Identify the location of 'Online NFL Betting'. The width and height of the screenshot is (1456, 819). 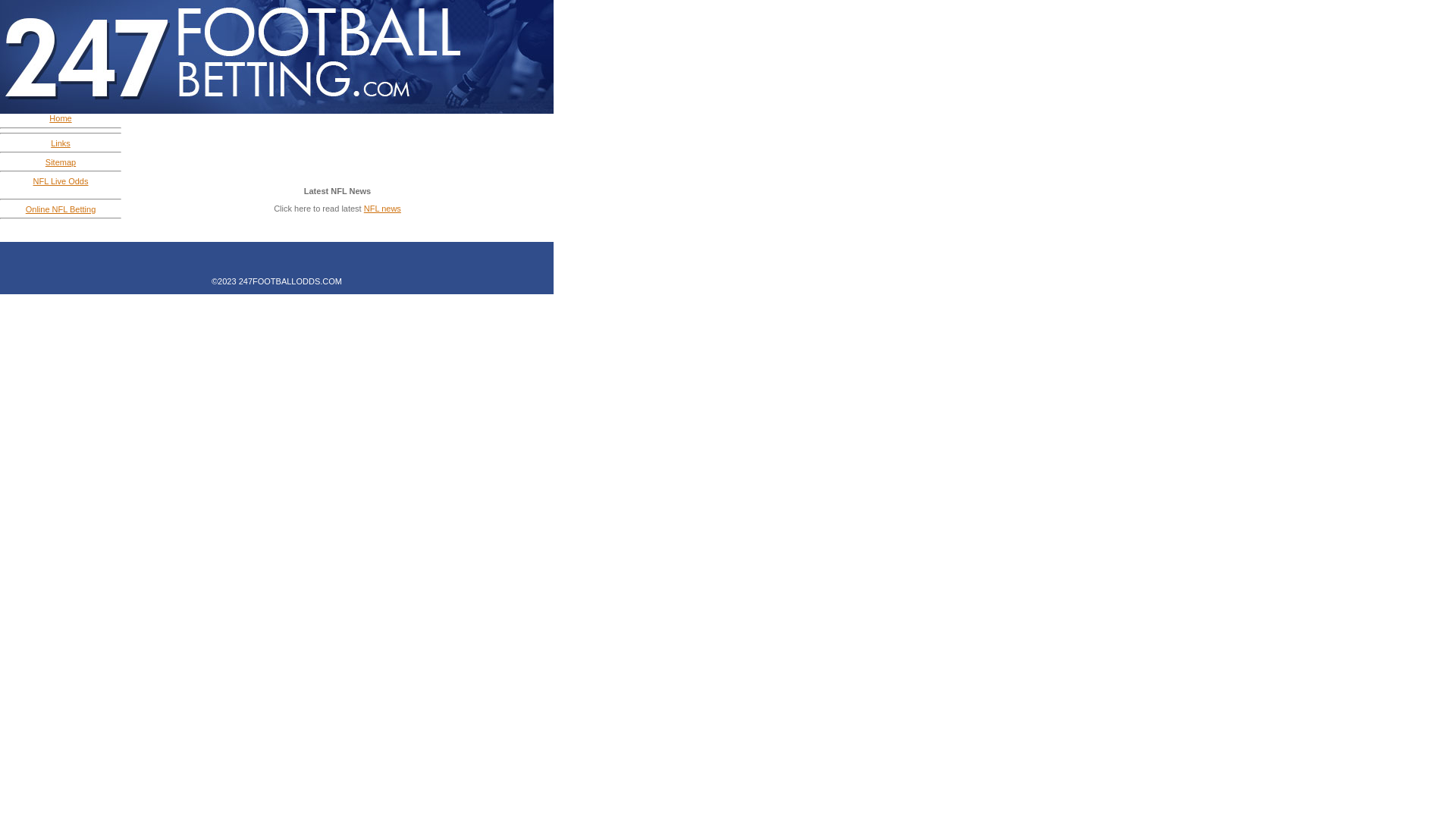
(25, 209).